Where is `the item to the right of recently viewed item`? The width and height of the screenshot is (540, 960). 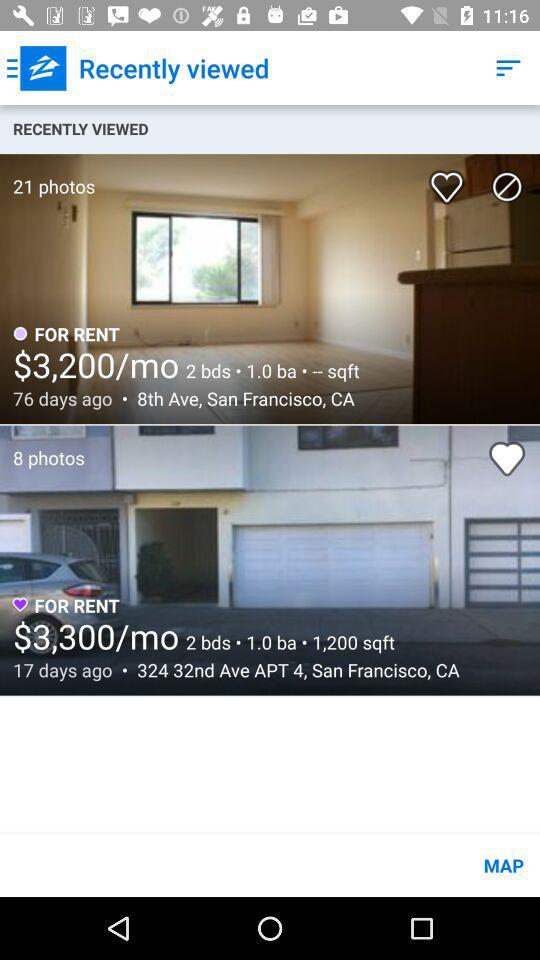 the item to the right of recently viewed item is located at coordinates (508, 68).